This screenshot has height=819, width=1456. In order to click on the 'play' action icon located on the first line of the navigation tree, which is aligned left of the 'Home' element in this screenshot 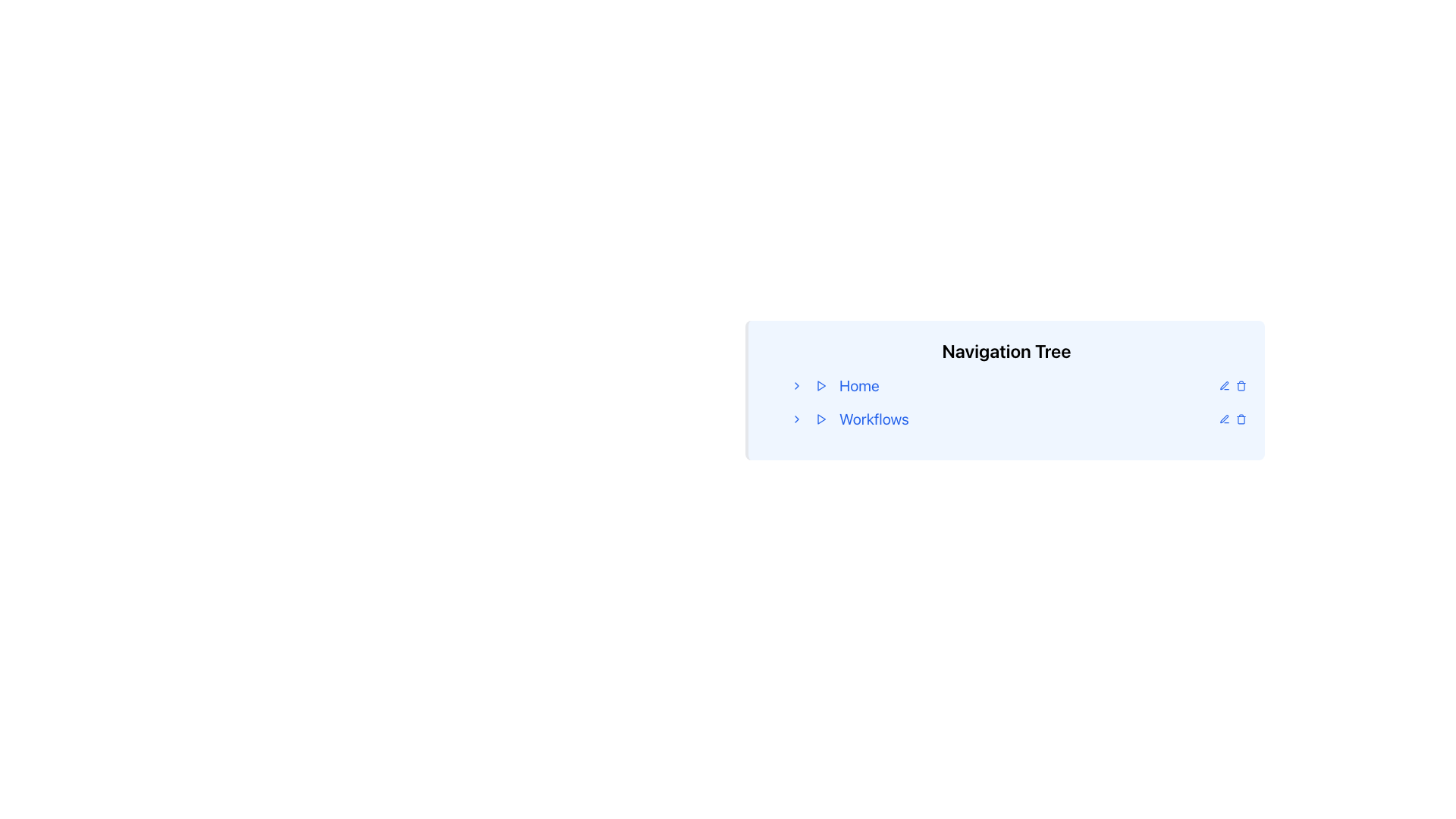, I will do `click(821, 385)`.